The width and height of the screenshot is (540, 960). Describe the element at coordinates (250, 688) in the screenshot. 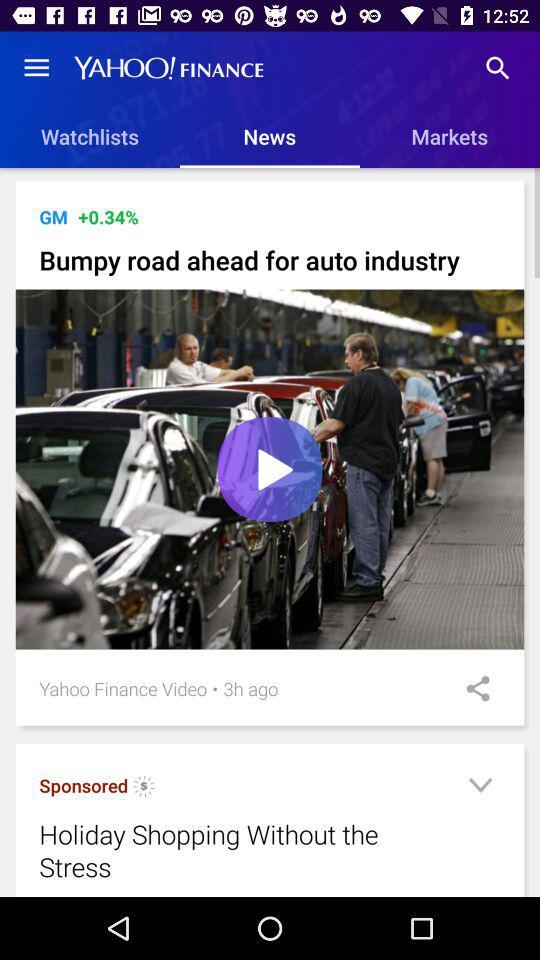

I see `3h ago item` at that location.